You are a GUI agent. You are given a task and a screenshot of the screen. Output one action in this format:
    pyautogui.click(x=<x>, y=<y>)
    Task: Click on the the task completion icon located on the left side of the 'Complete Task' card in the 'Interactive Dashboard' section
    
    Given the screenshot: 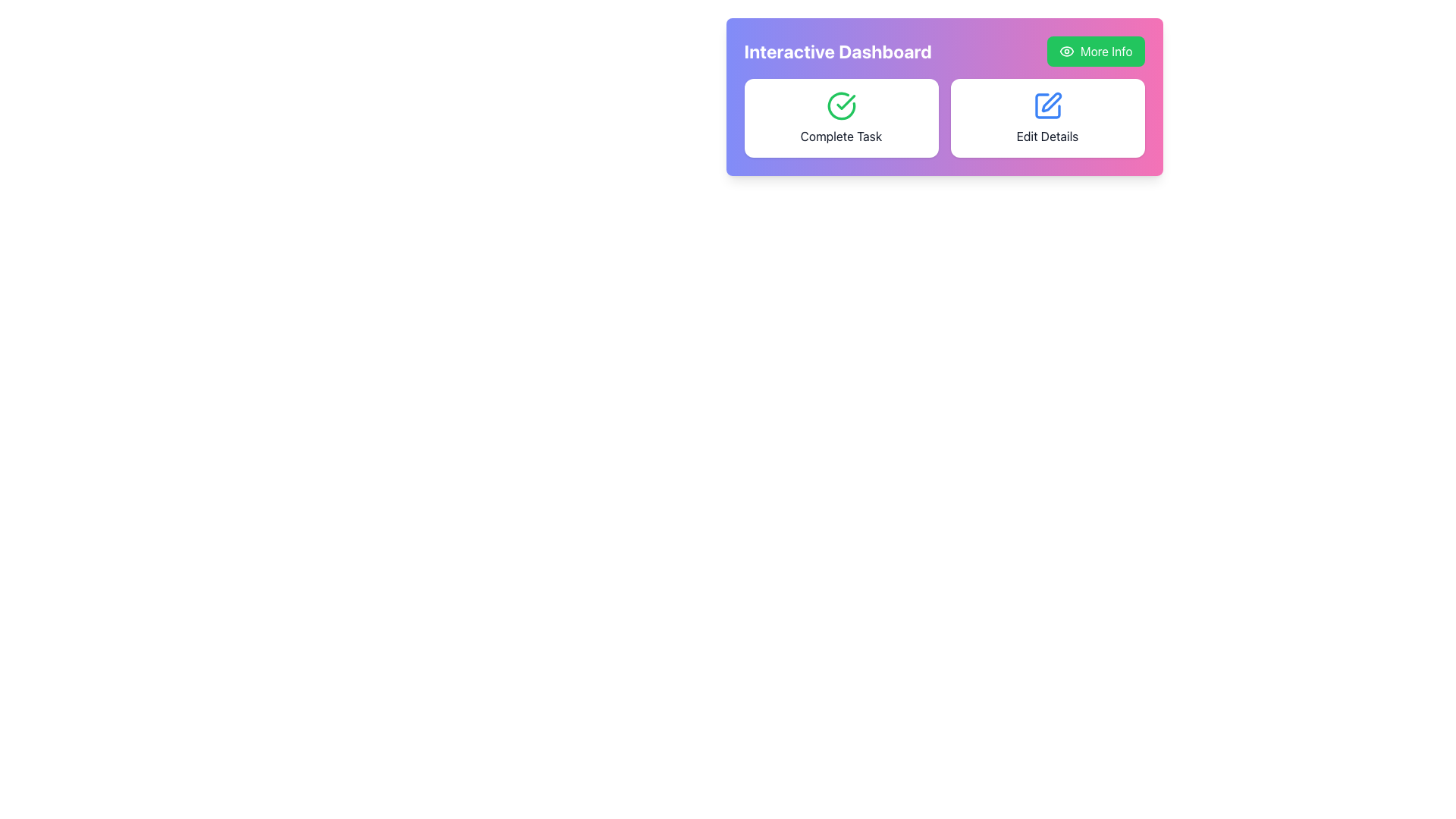 What is the action you would take?
    pyautogui.click(x=840, y=105)
    